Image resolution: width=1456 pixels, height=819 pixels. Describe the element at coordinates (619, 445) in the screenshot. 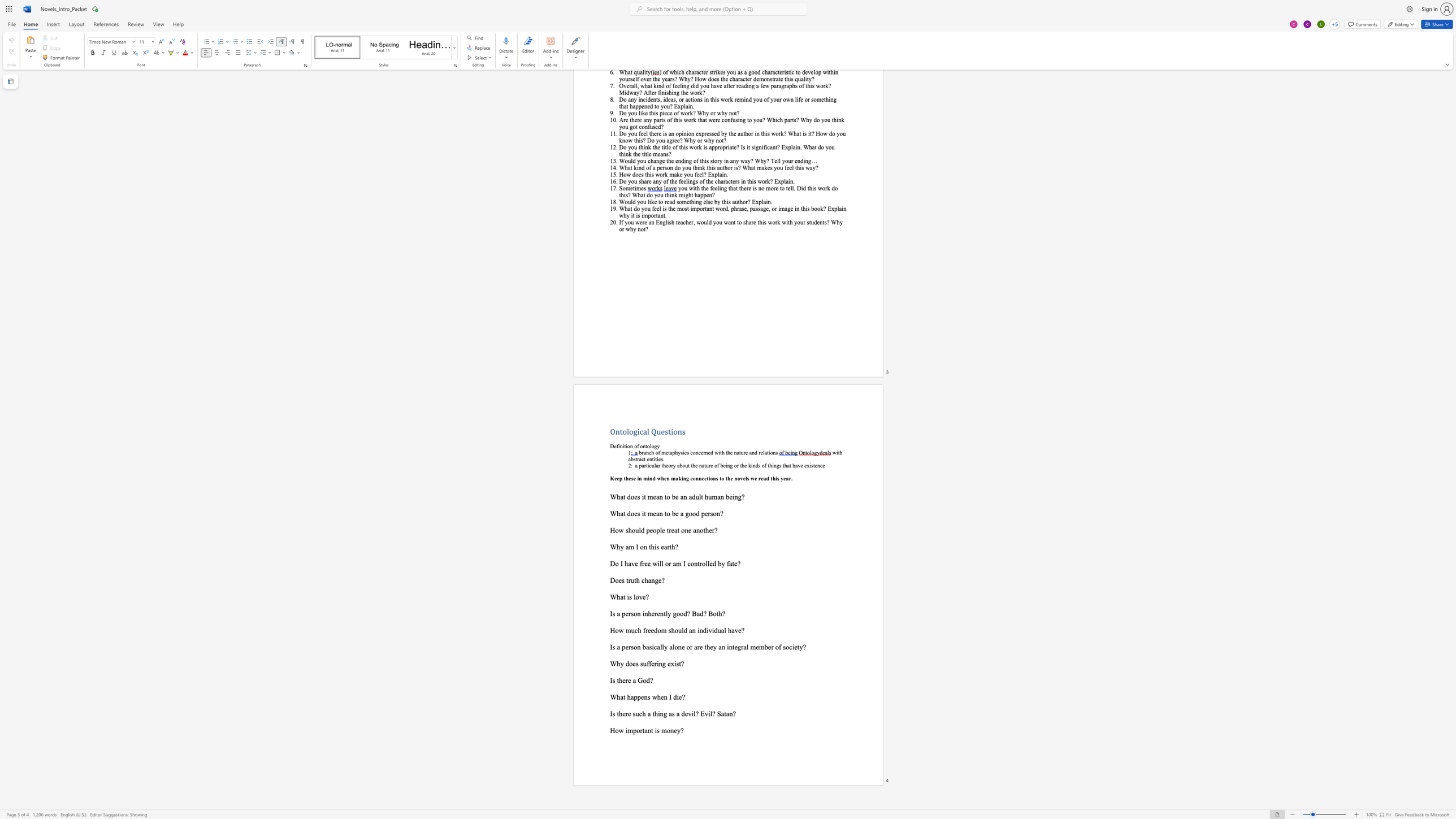

I see `the 1th character "i" in the text` at that location.